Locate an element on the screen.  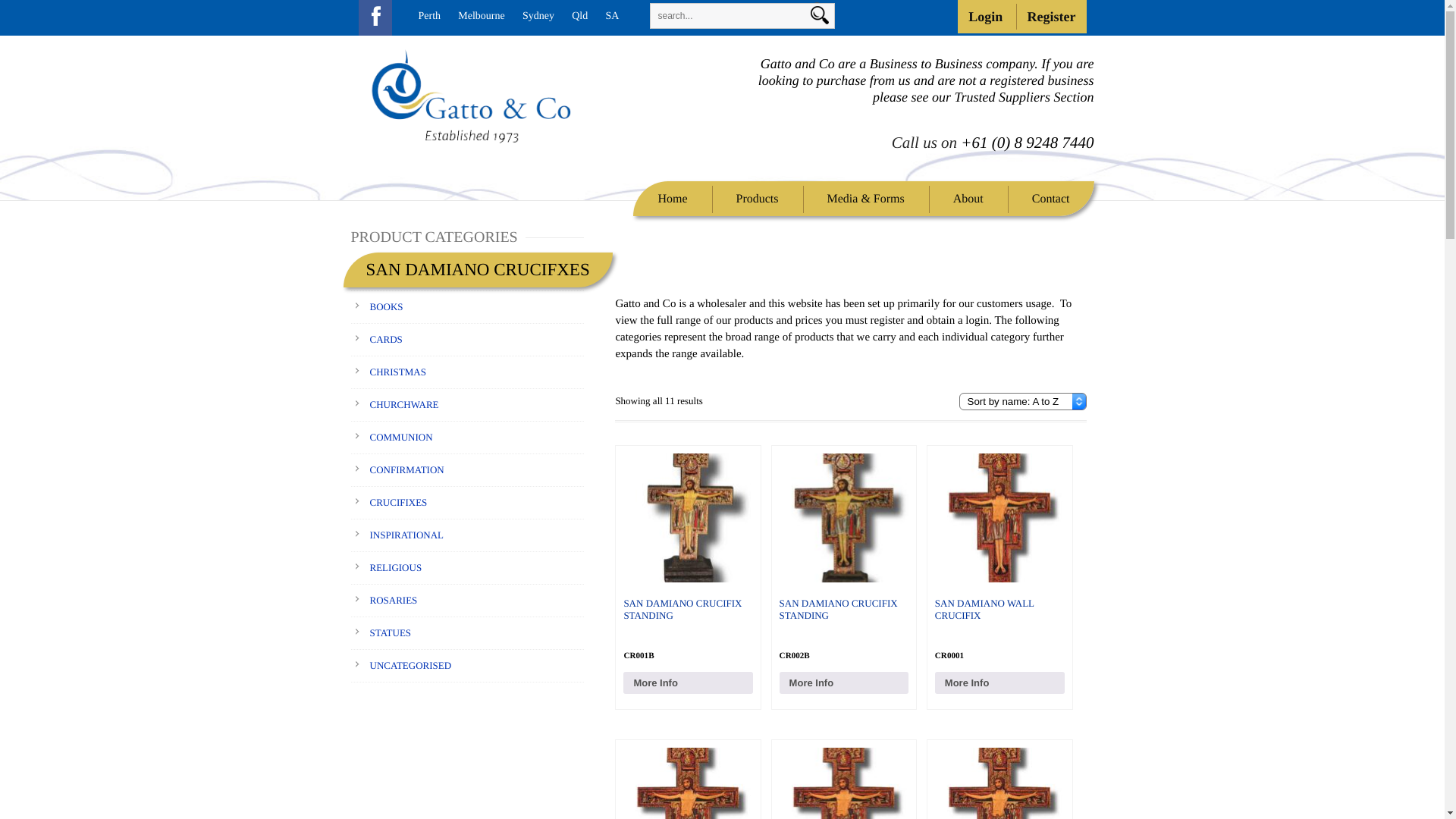
'Qld' is located at coordinates (579, 16).